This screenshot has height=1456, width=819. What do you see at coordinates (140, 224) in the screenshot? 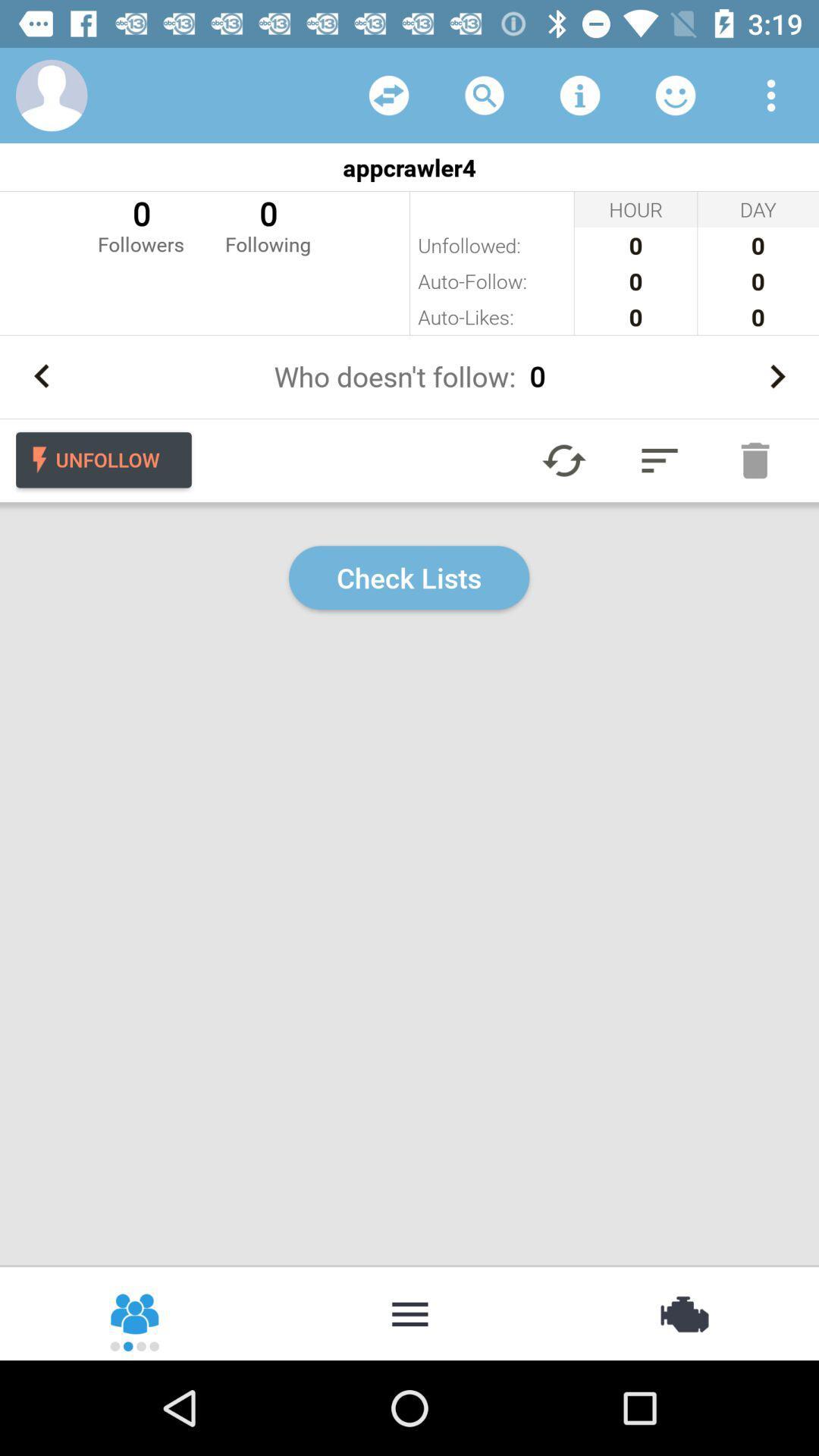
I see `the 0` at bounding box center [140, 224].